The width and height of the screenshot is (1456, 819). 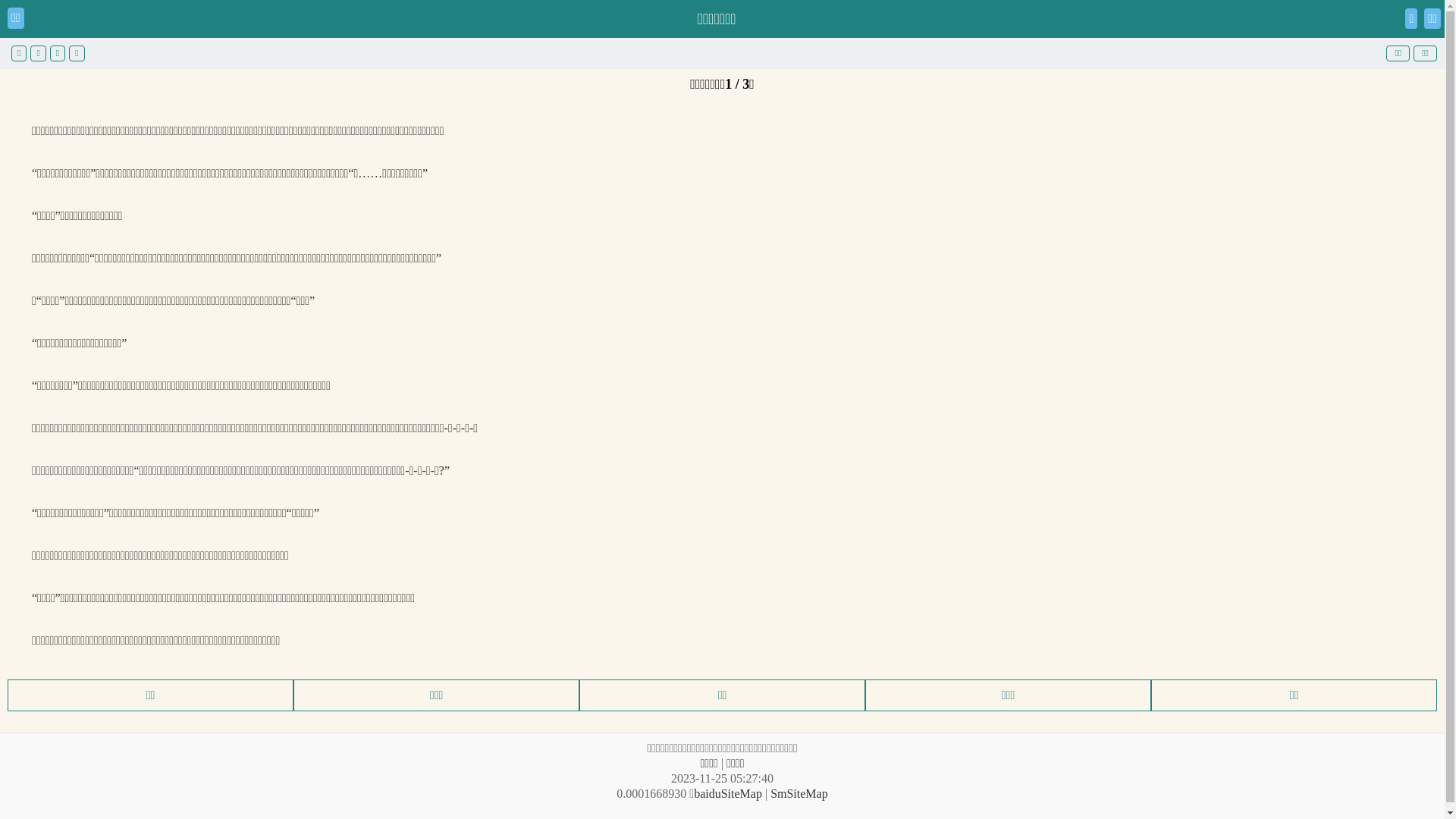 What do you see at coordinates (728, 792) in the screenshot?
I see `'baiduSiteMap'` at bounding box center [728, 792].